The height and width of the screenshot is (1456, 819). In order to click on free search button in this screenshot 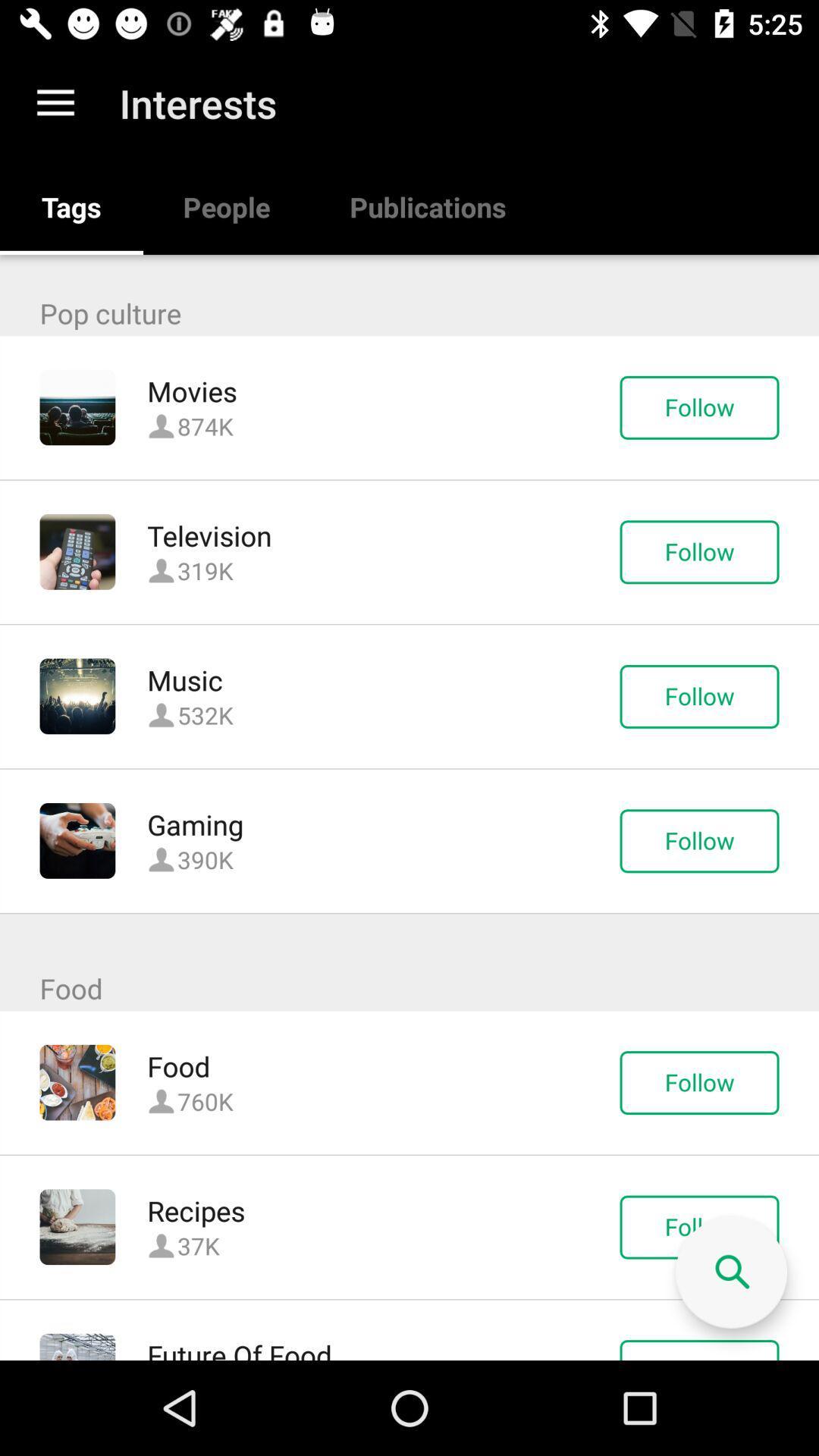, I will do `click(730, 1272)`.